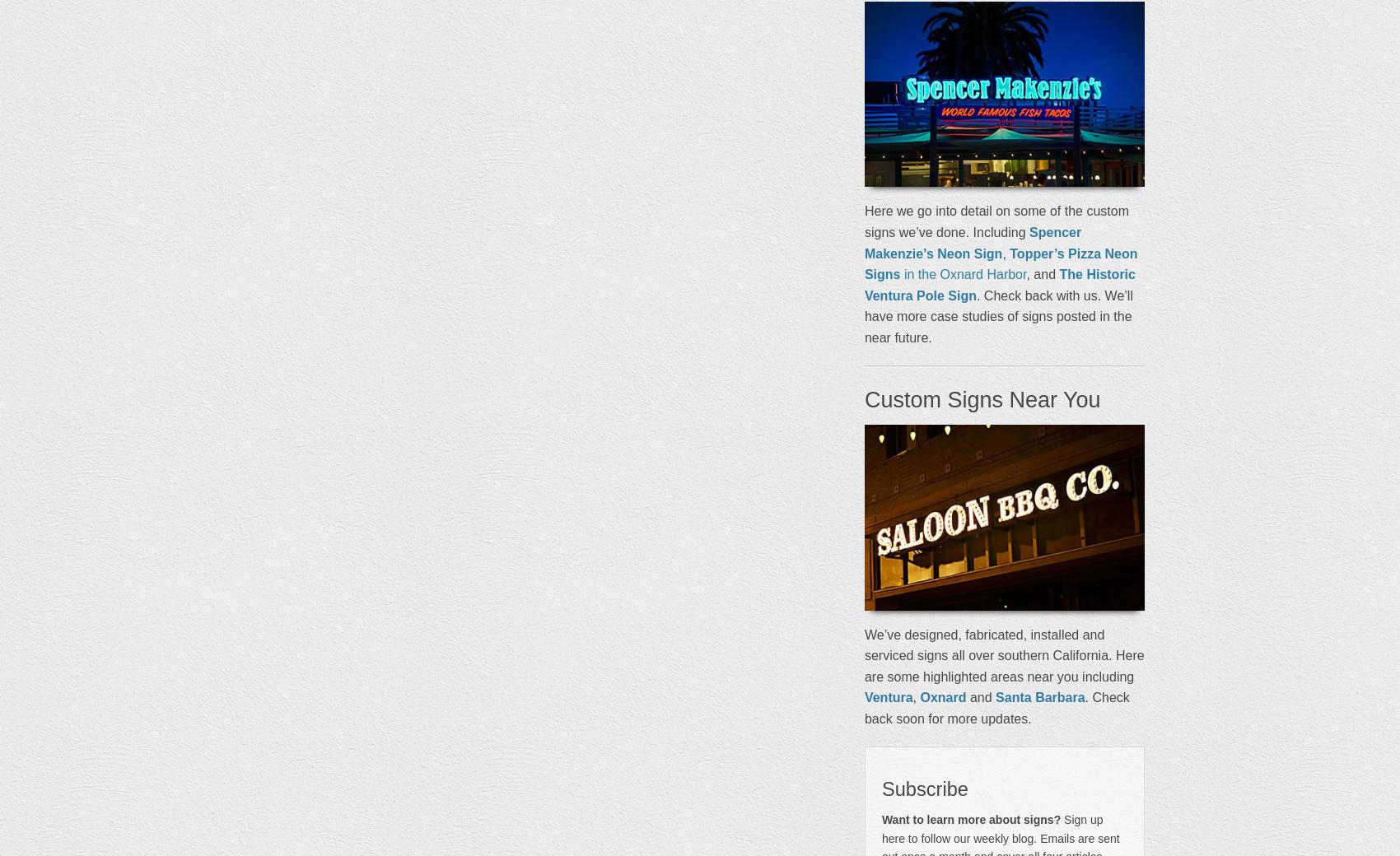  Describe the element at coordinates (963, 273) in the screenshot. I see `'in the Oxnard Harbor'` at that location.